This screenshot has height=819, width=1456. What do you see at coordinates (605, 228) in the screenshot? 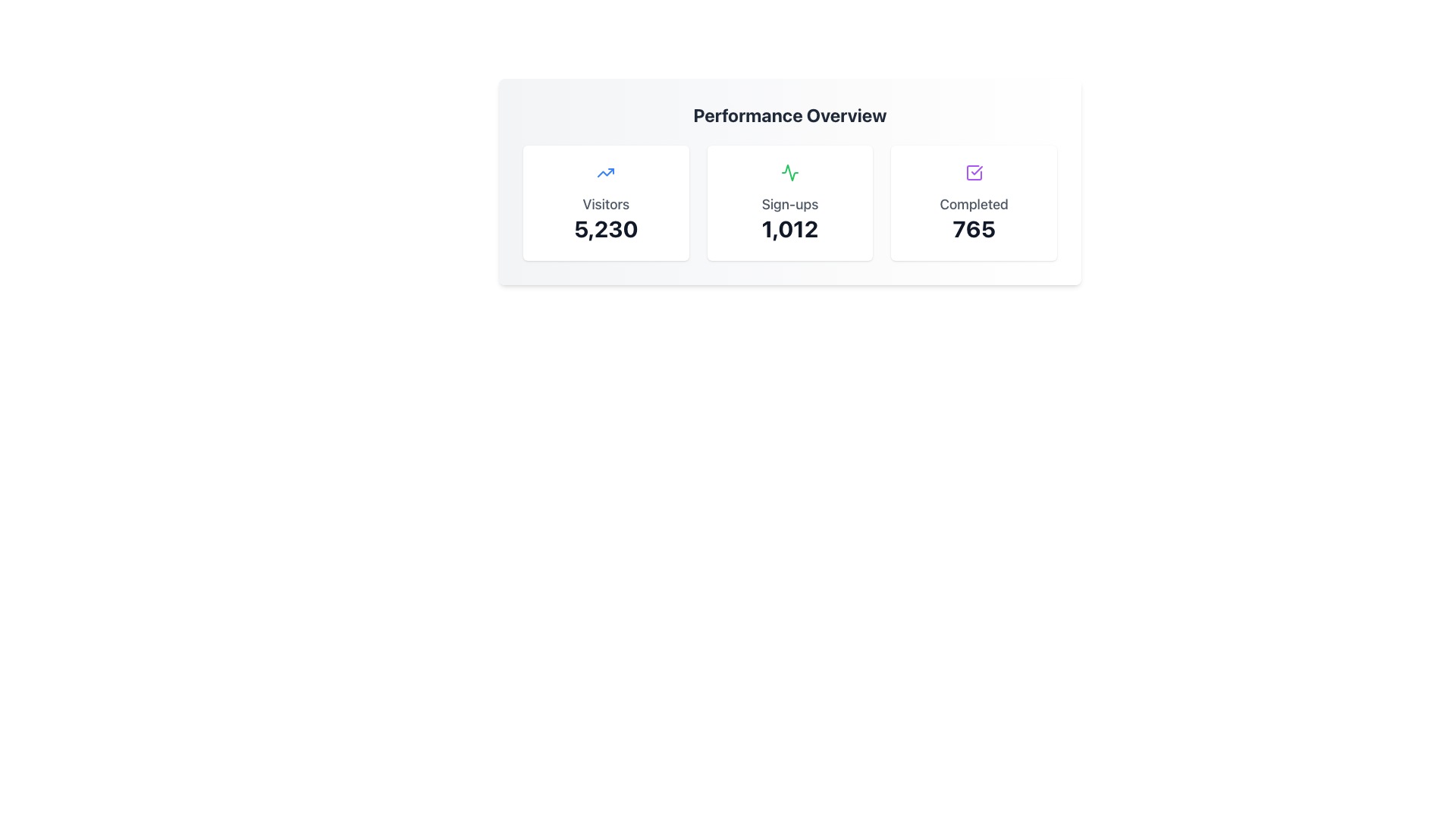
I see `the Text Display element that shows the number of visitors, located below the 'Visitors' label in the leftmost panel` at bounding box center [605, 228].